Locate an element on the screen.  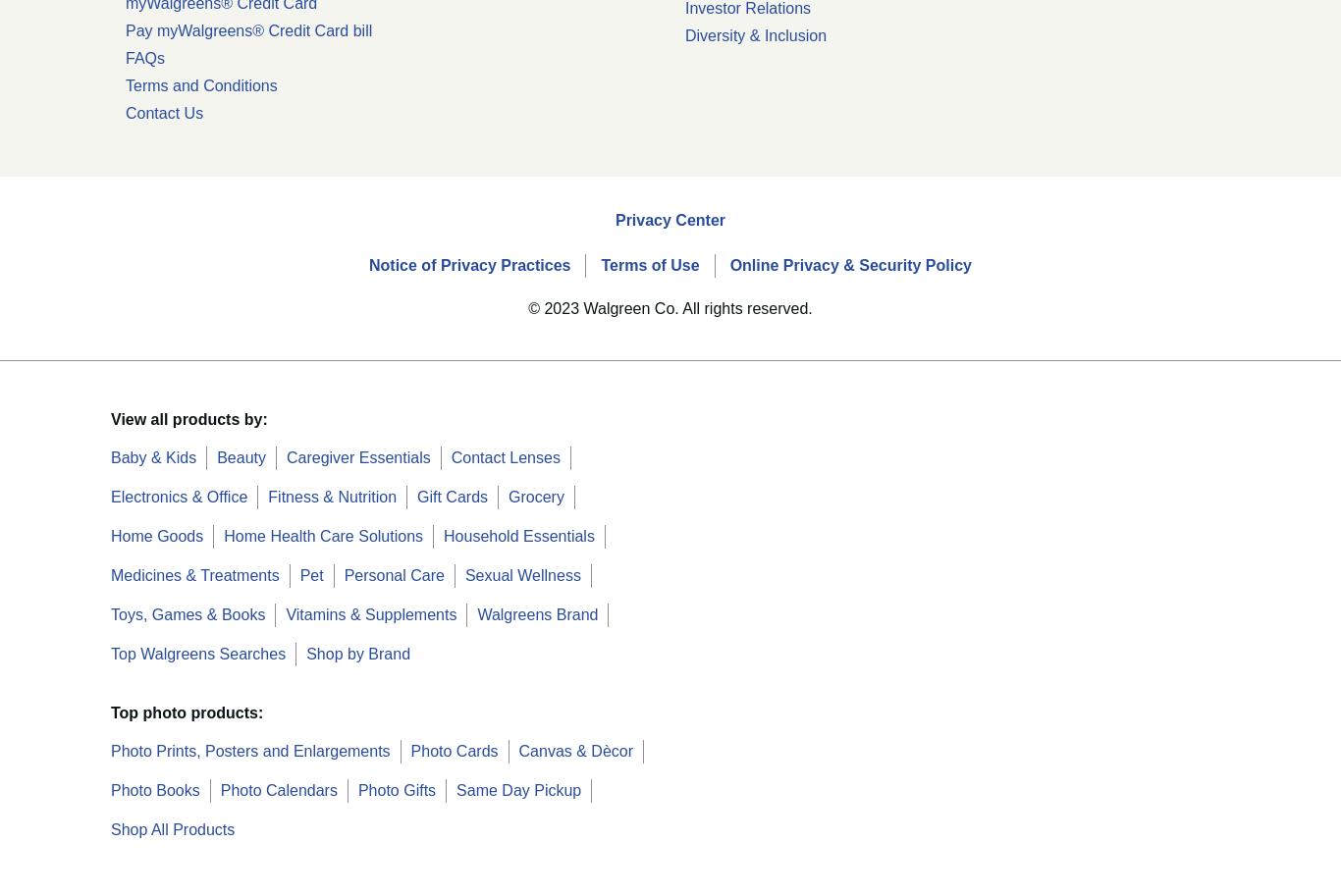
'Baby & Kids' is located at coordinates (152, 455).